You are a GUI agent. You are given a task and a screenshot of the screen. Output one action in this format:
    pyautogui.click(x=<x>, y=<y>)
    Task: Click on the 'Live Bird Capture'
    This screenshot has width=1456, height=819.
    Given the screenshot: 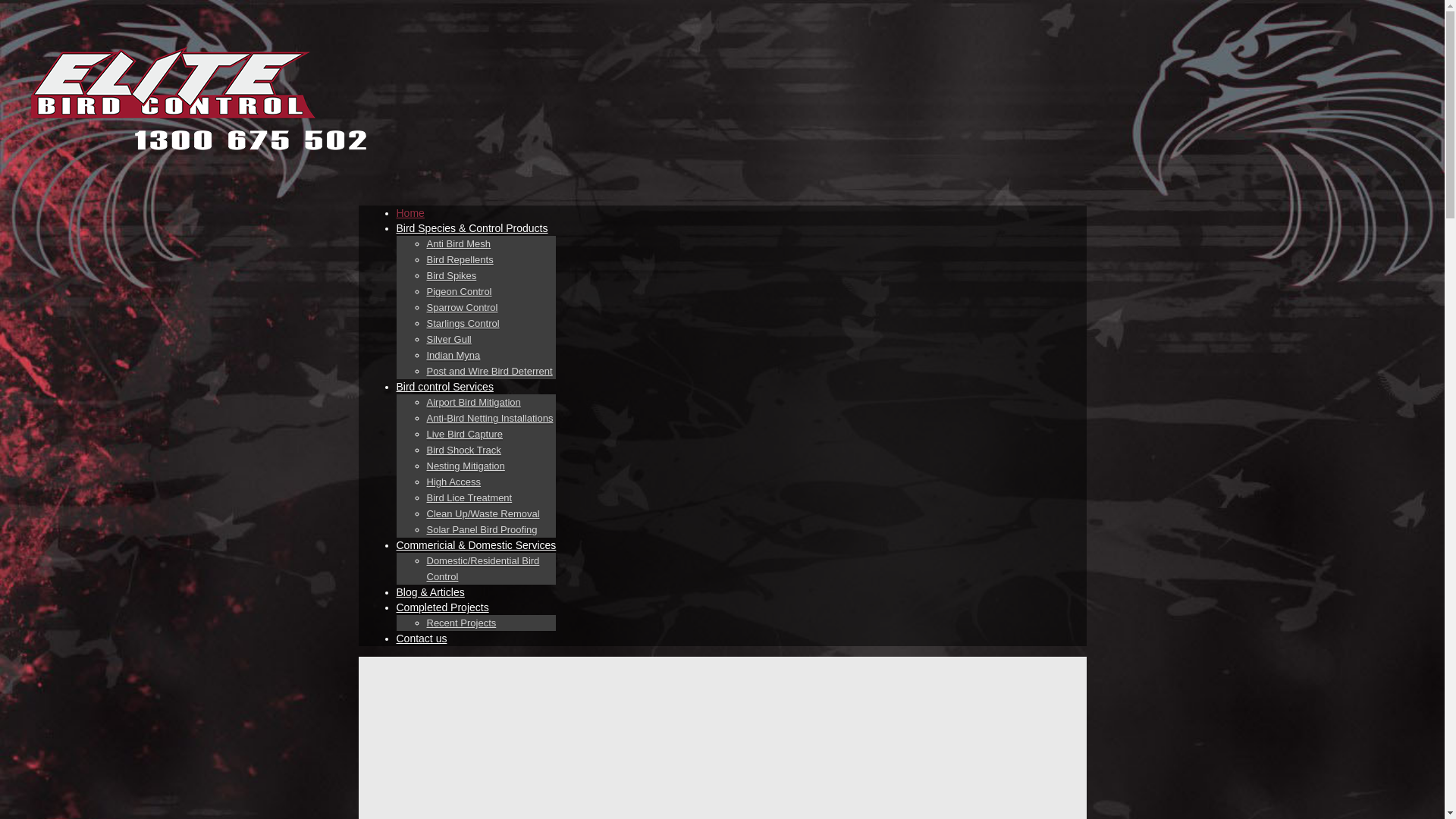 What is the action you would take?
    pyautogui.click(x=463, y=435)
    